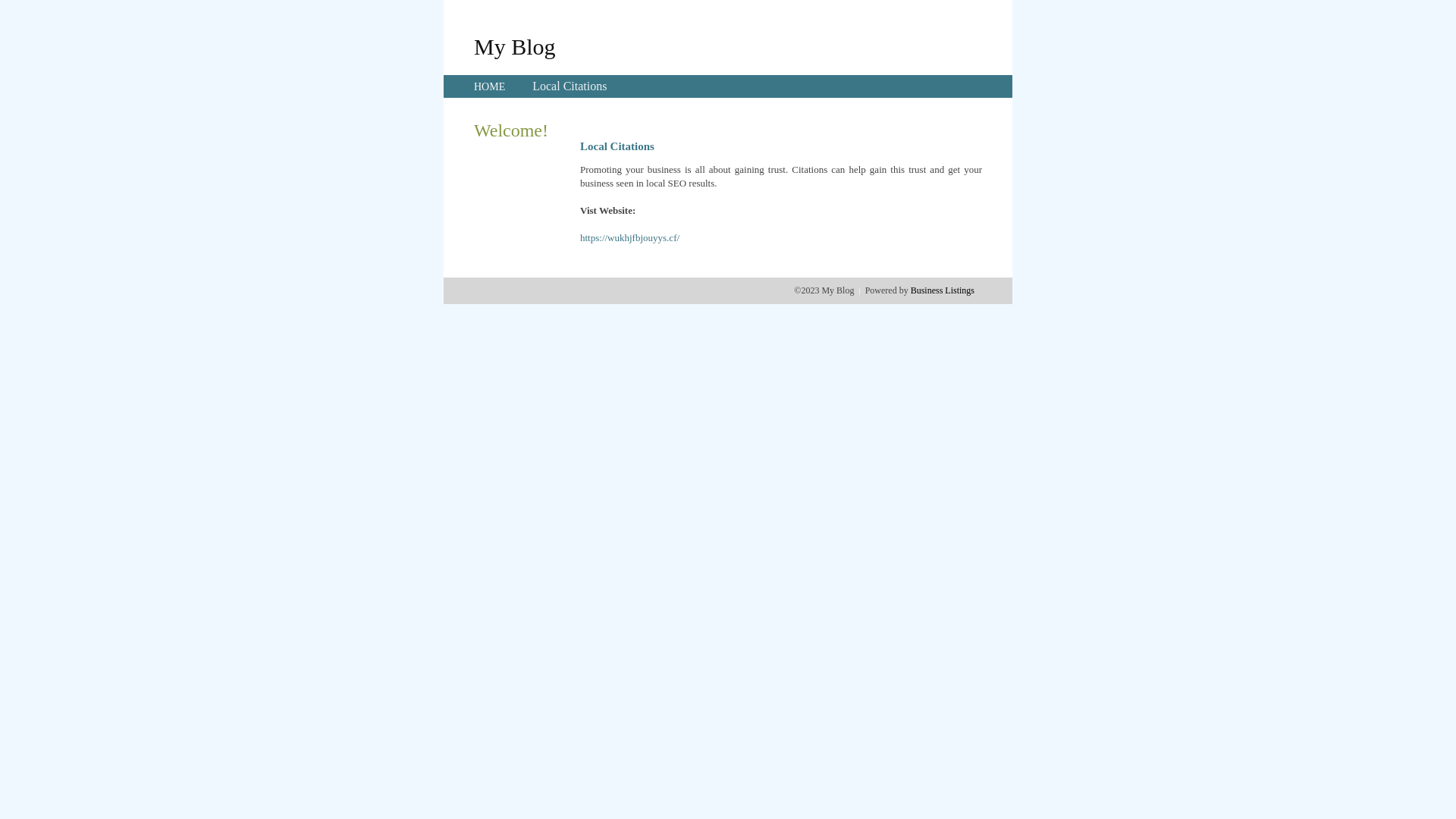  I want to click on 'HOME', so click(489, 86).